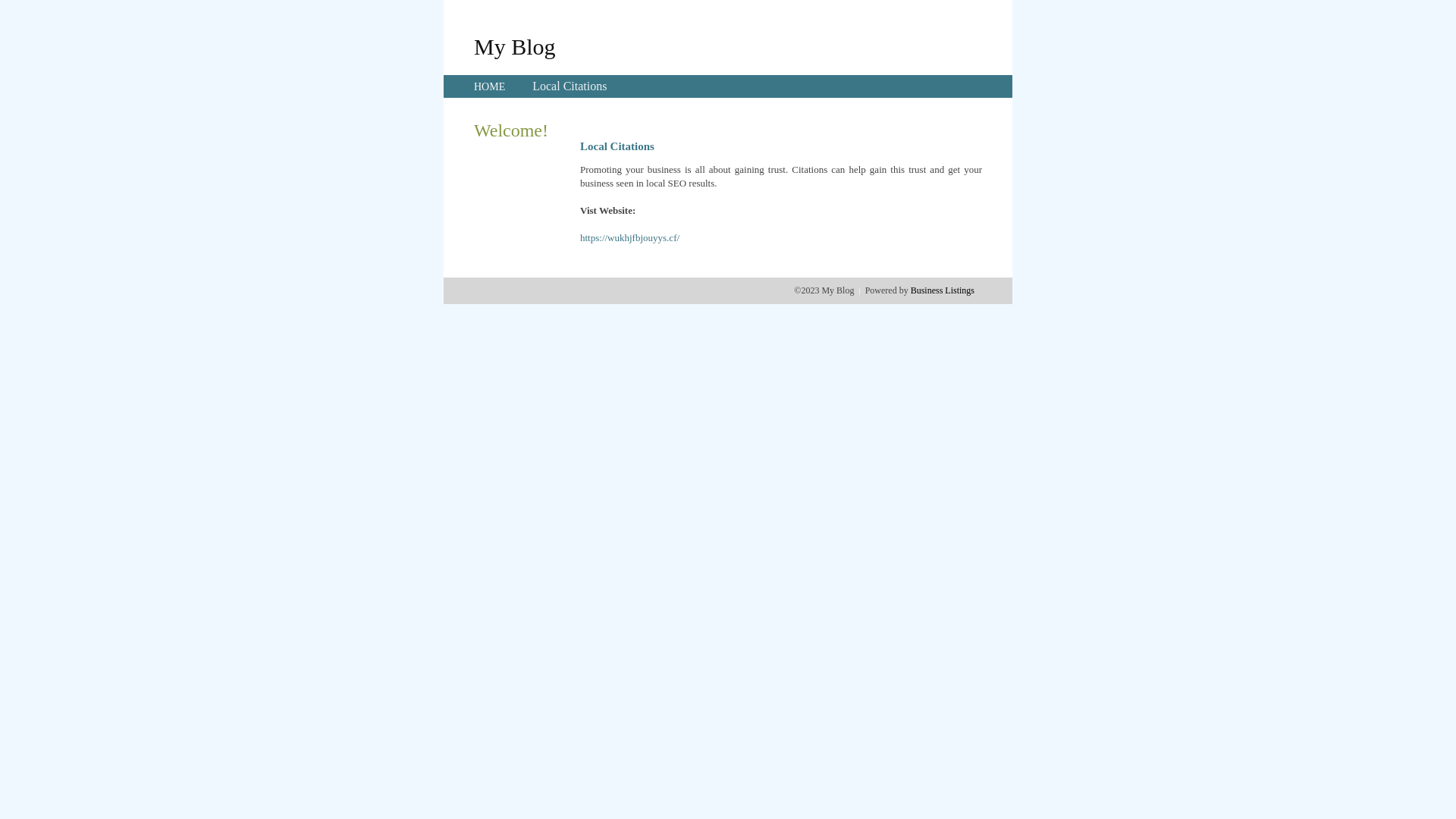  I want to click on 'HOME', so click(489, 86).